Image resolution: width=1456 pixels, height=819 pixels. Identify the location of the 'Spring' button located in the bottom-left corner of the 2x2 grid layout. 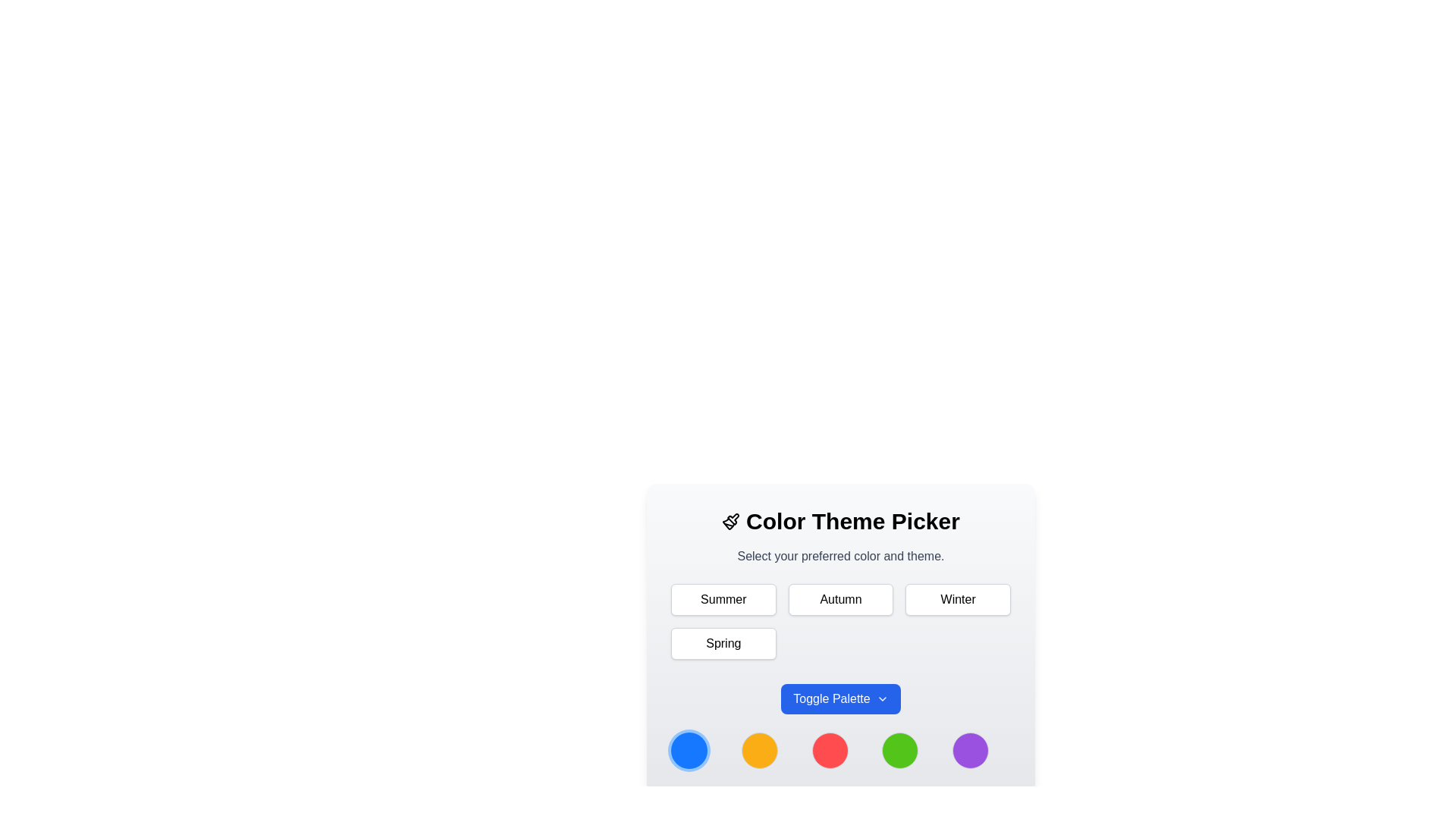
(723, 643).